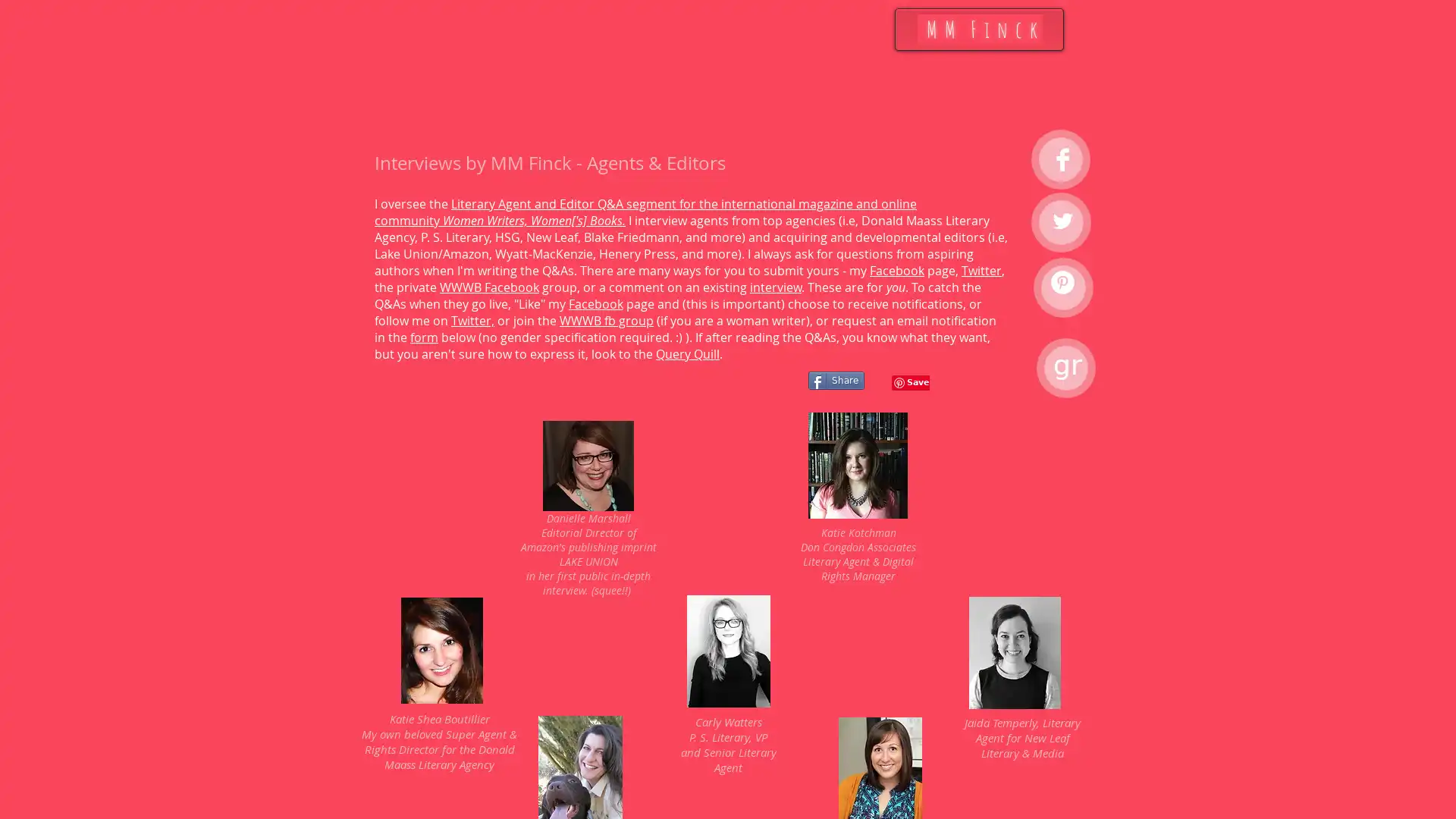 The height and width of the screenshot is (819, 1456). Describe the element at coordinates (836, 379) in the screenshot. I see `Share` at that location.